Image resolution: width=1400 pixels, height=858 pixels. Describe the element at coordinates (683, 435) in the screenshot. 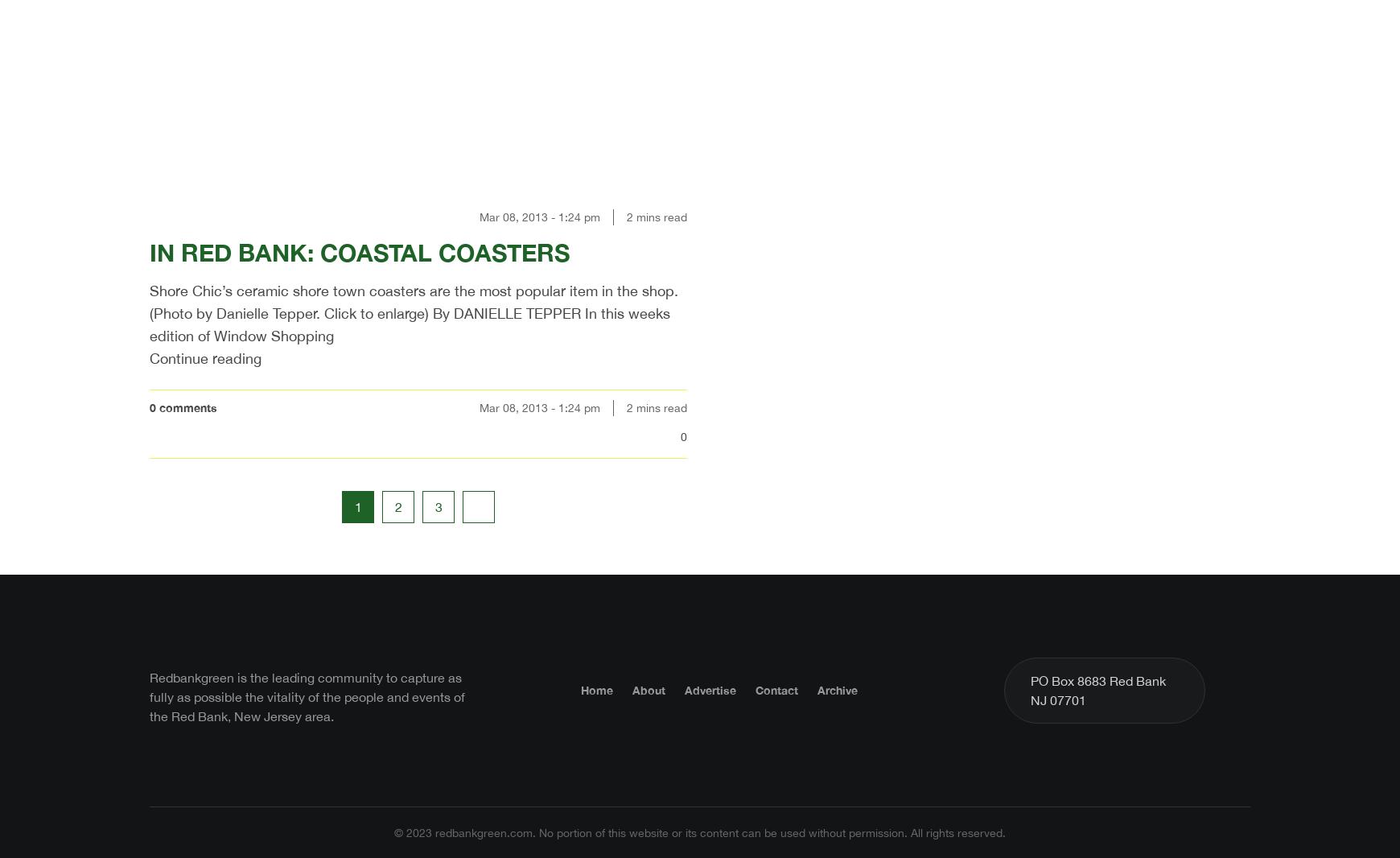

I see `'0'` at that location.